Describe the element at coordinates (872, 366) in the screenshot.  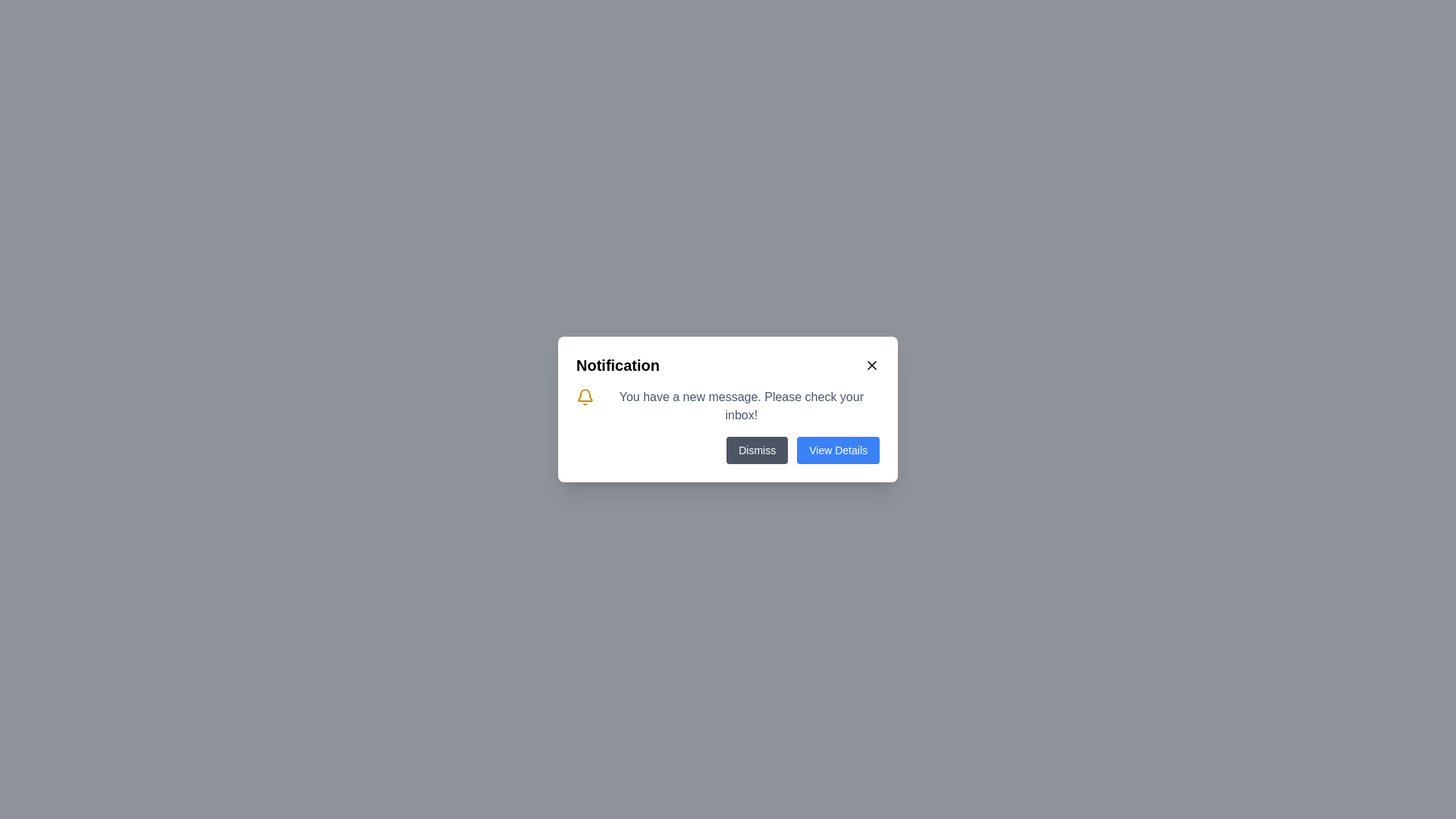
I see `the close icon button located at the top right corner of the notification card` at that location.